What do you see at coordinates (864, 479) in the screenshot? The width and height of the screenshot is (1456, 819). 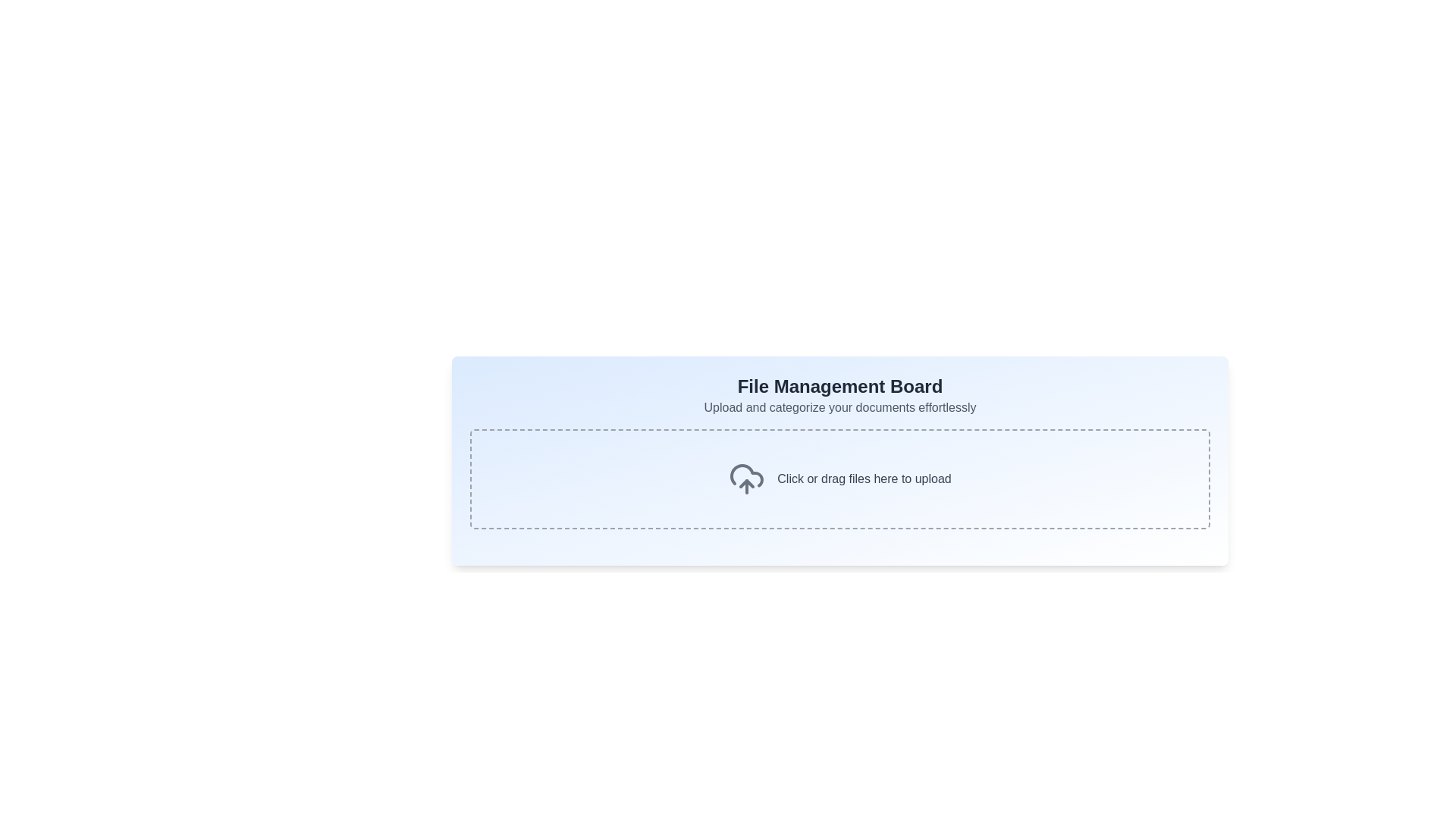 I see `the static informational text that instructs users to click or drag files to upload, located within a dashed rectangular border near an upward-facing arrow icon` at bounding box center [864, 479].